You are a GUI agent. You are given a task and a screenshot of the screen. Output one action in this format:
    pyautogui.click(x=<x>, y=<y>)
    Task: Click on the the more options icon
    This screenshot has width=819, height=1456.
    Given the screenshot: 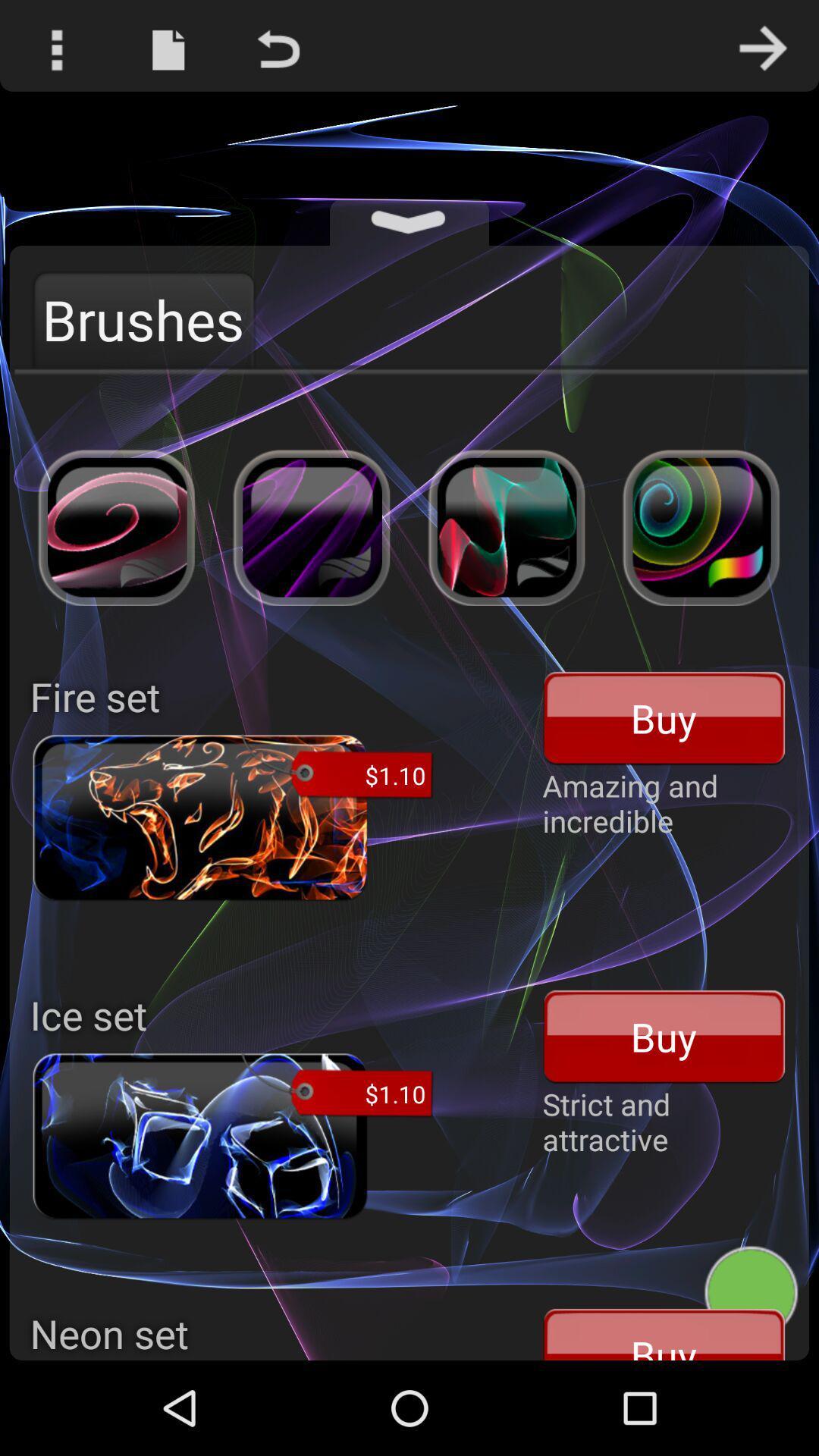 What is the action you would take?
    pyautogui.click(x=55, y=45)
    